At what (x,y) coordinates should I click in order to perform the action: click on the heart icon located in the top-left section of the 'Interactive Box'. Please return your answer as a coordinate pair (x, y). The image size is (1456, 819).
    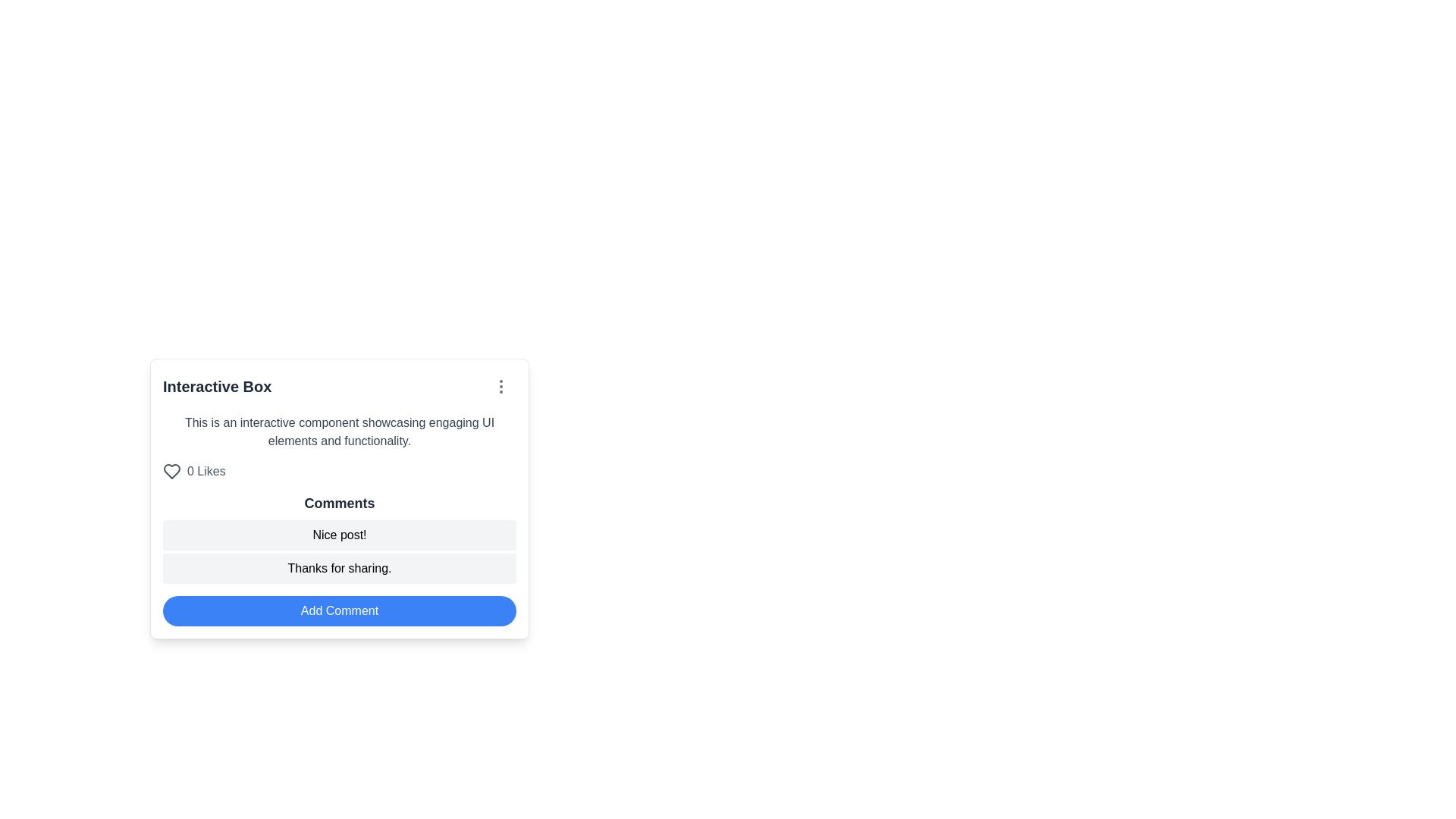
    Looking at the image, I should click on (171, 470).